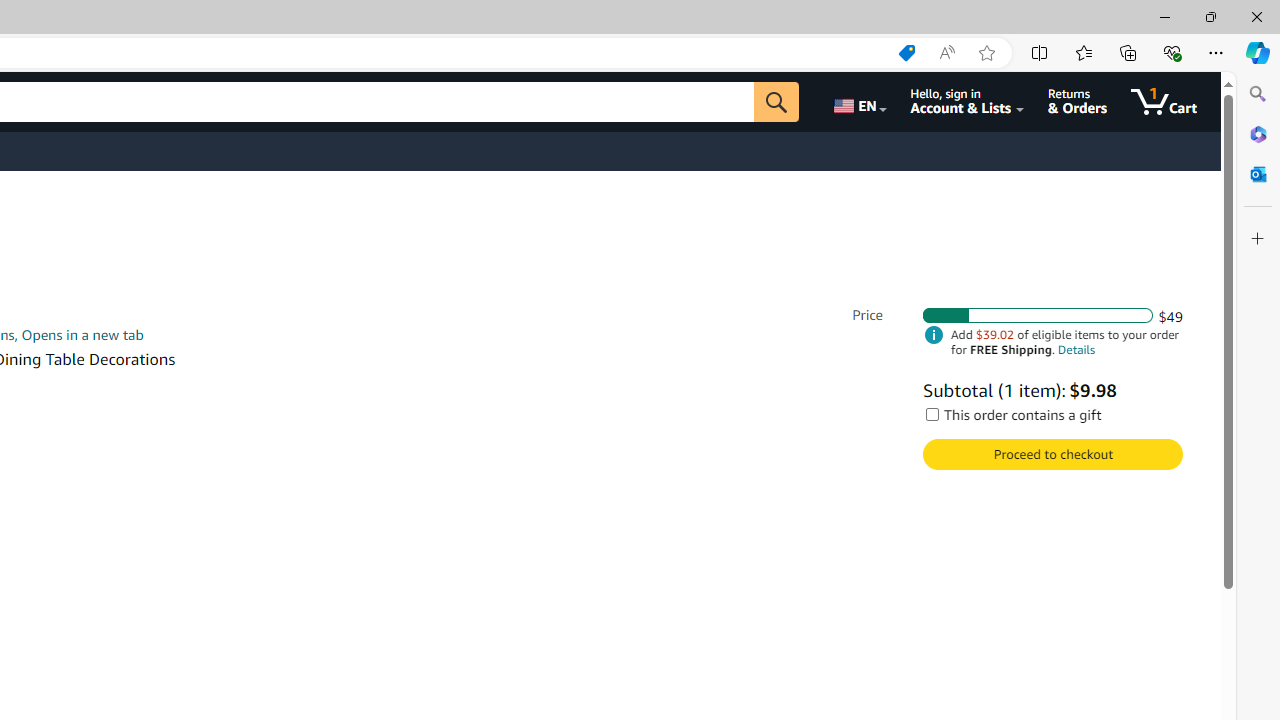  What do you see at coordinates (1164, 101) in the screenshot?
I see `'1 item in cart'` at bounding box center [1164, 101].